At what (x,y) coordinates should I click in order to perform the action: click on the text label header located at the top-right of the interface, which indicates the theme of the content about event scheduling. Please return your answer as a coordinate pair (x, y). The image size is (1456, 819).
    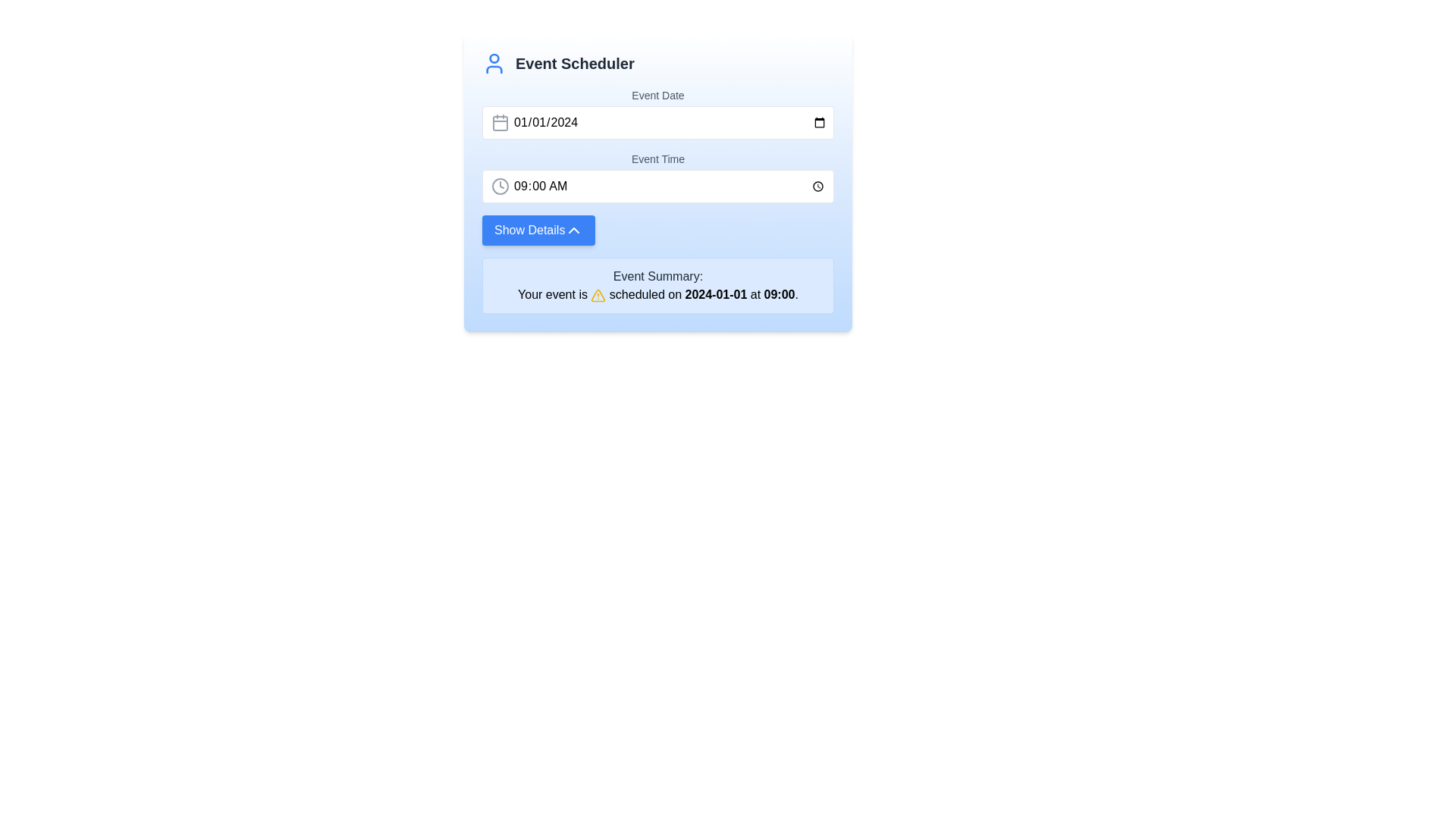
    Looking at the image, I should click on (574, 63).